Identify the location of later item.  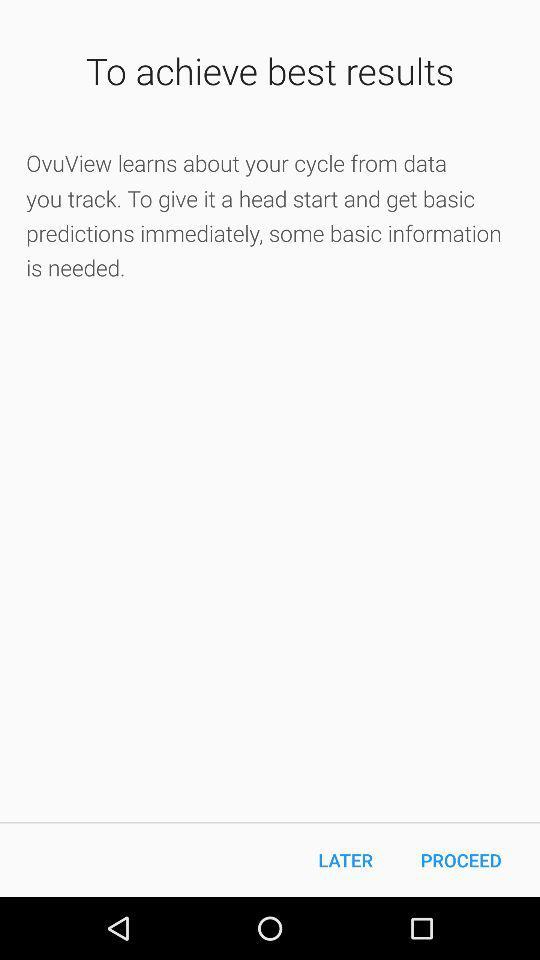
(344, 859).